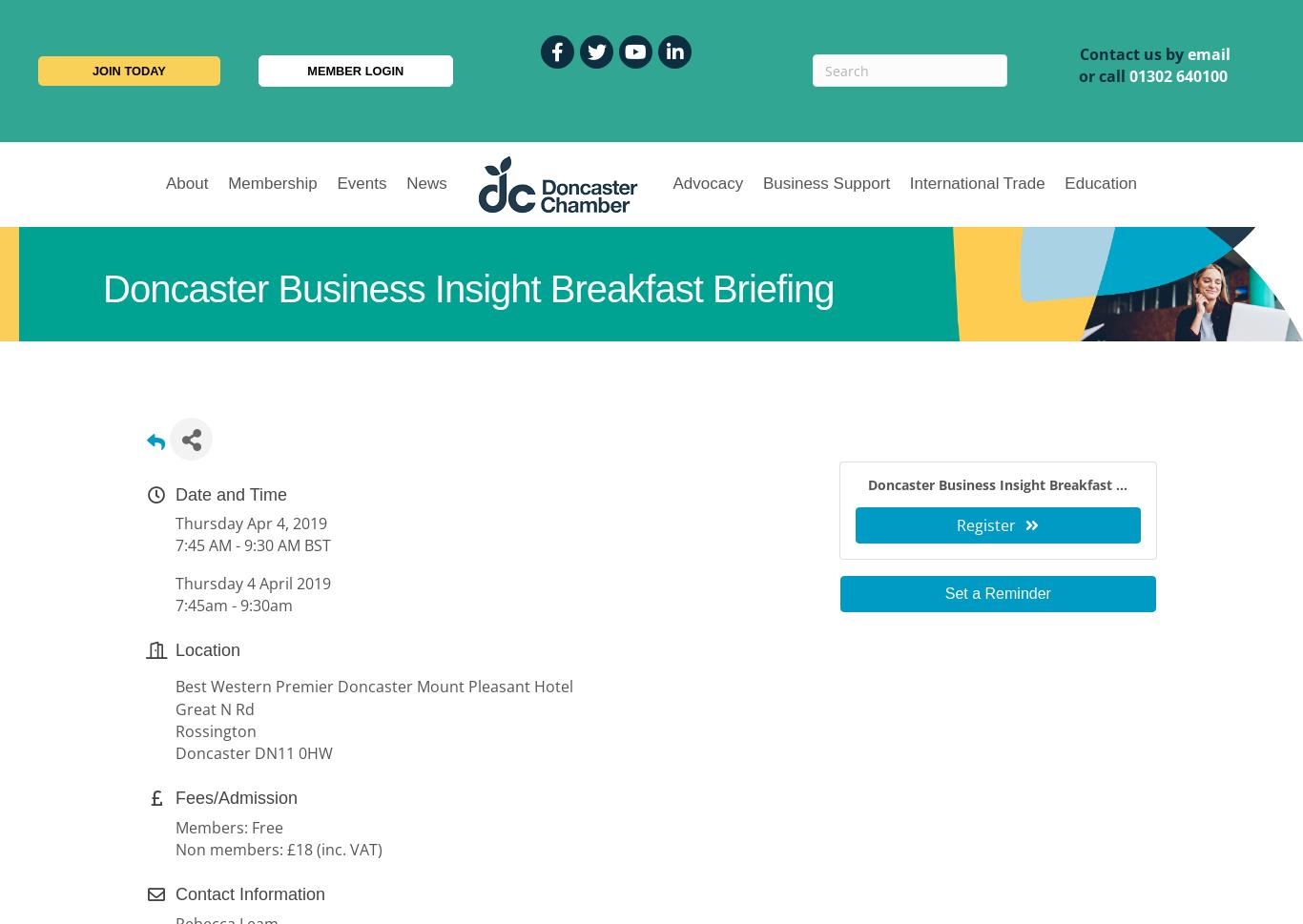  I want to click on 'International Trade', so click(976, 182).